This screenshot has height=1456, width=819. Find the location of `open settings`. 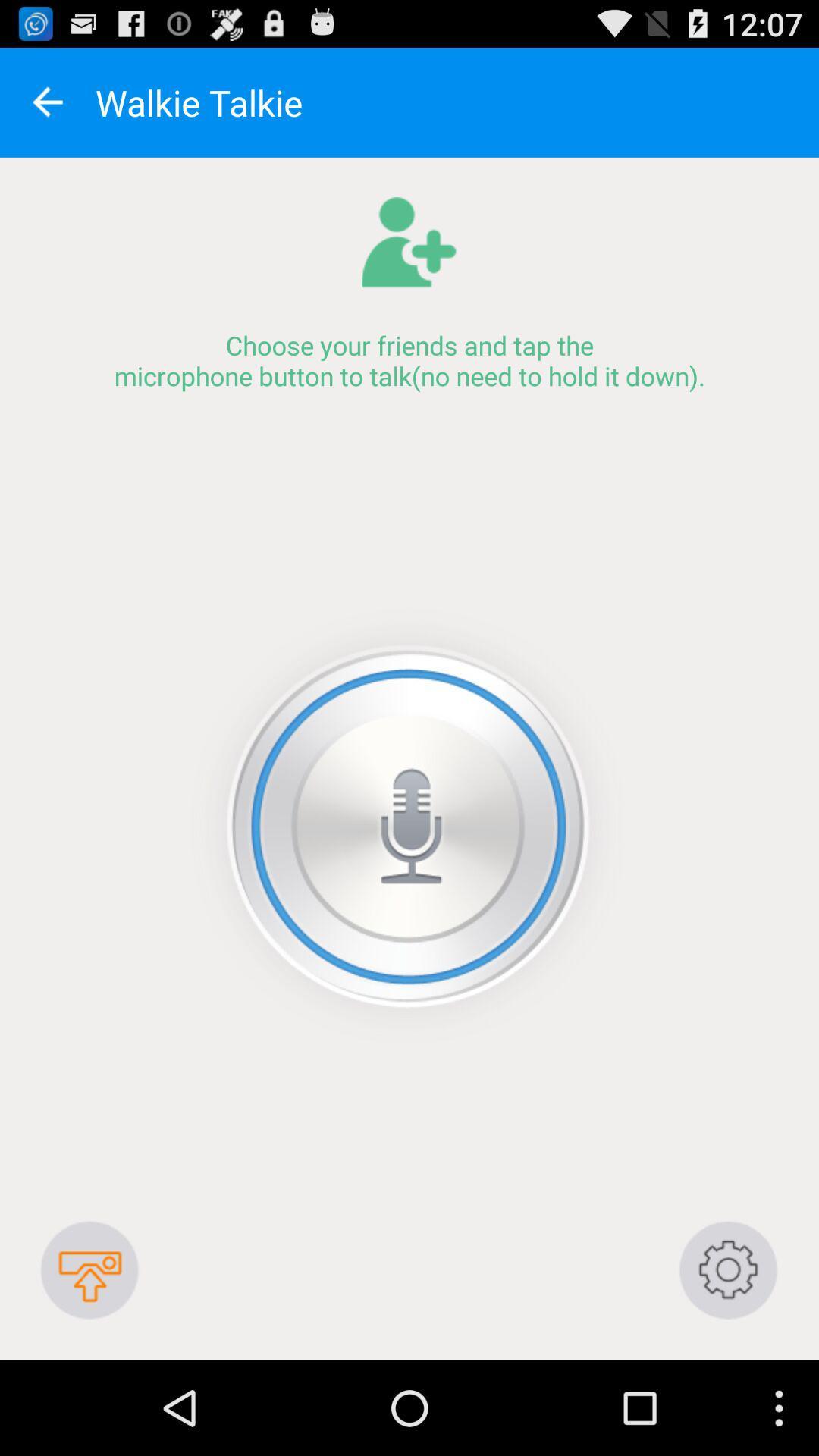

open settings is located at coordinates (728, 1270).